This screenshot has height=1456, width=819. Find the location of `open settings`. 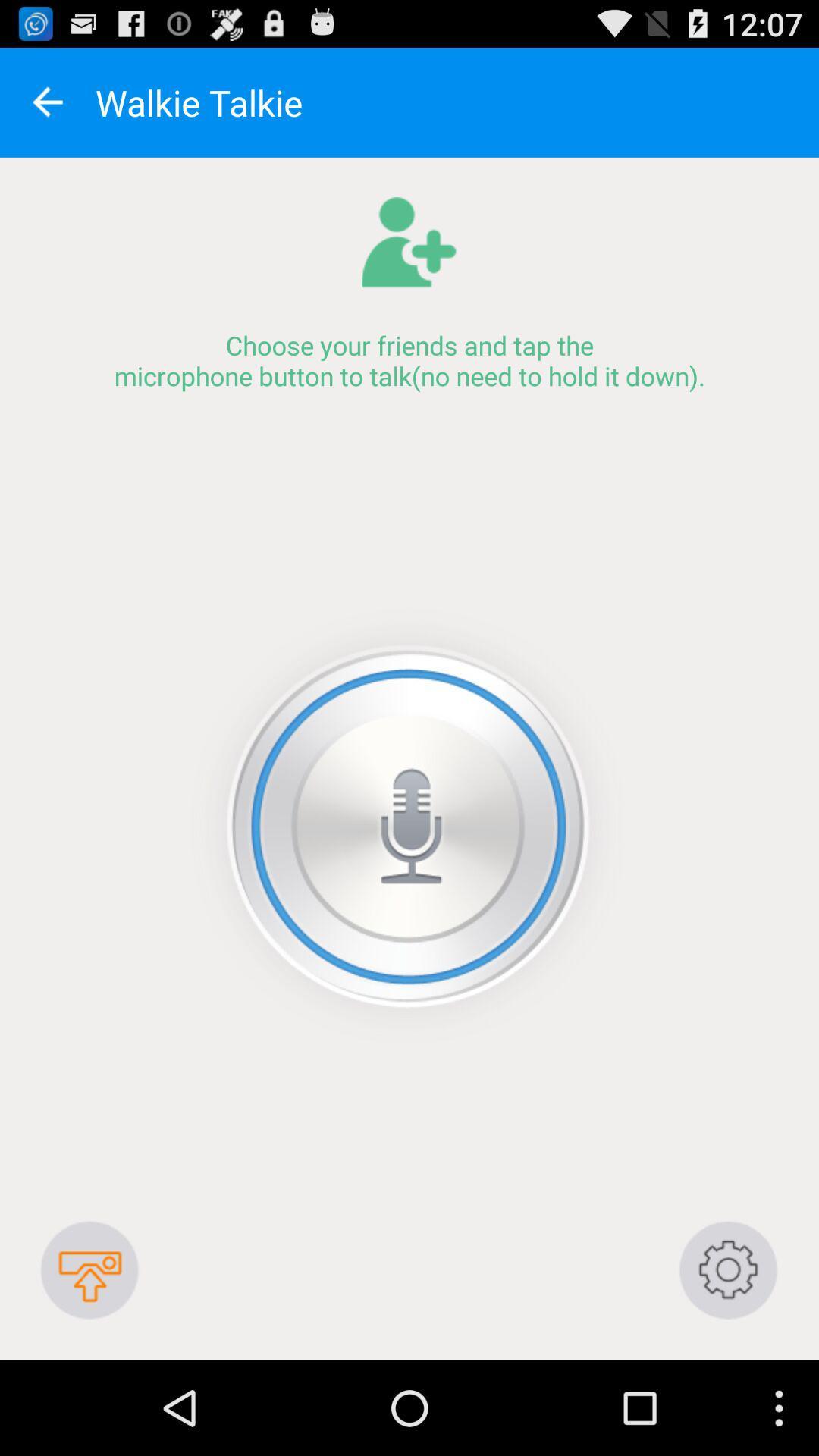

open settings is located at coordinates (728, 1270).